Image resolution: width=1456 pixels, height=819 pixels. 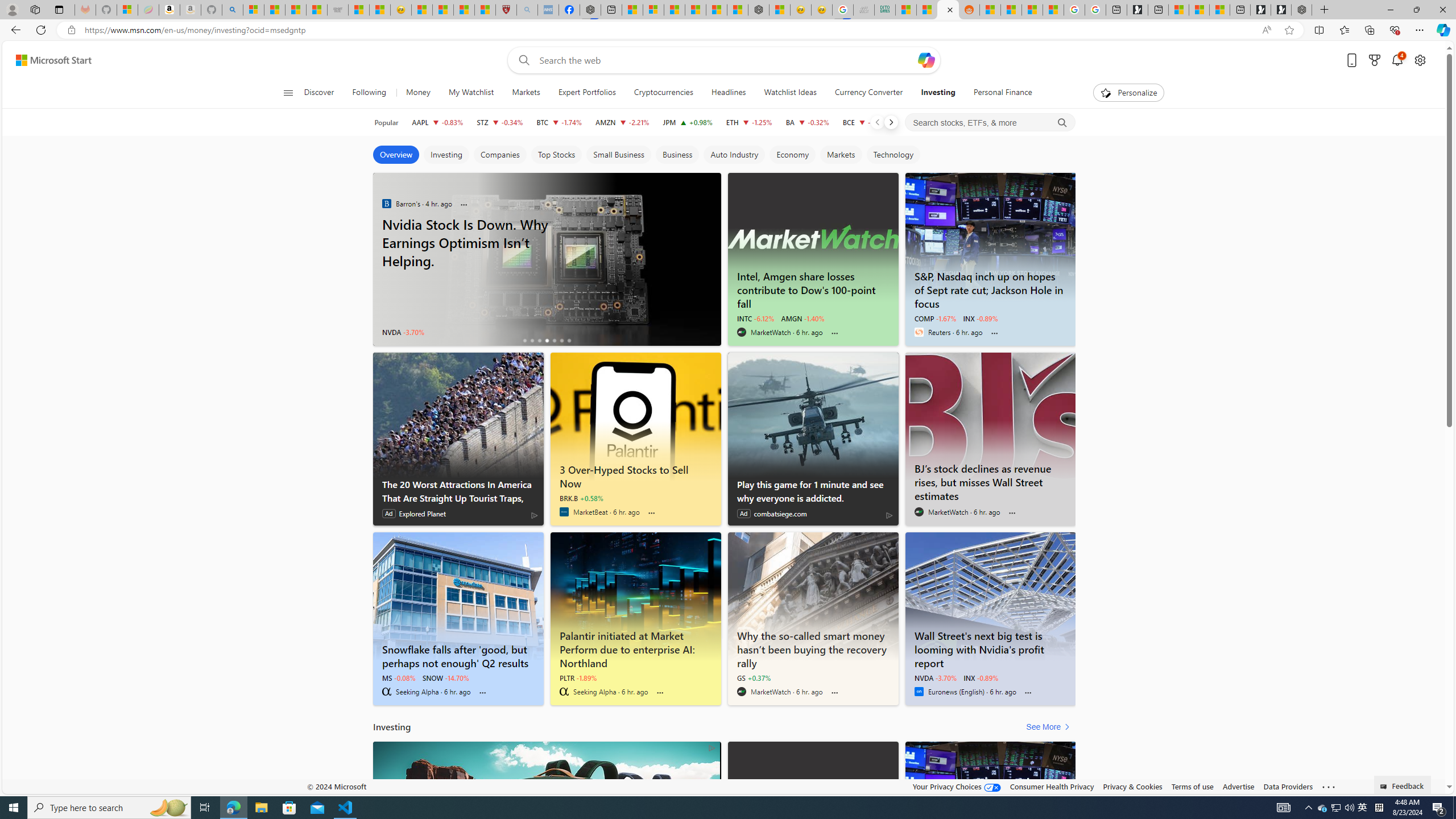 I want to click on 'Following', so click(x=369, y=92).